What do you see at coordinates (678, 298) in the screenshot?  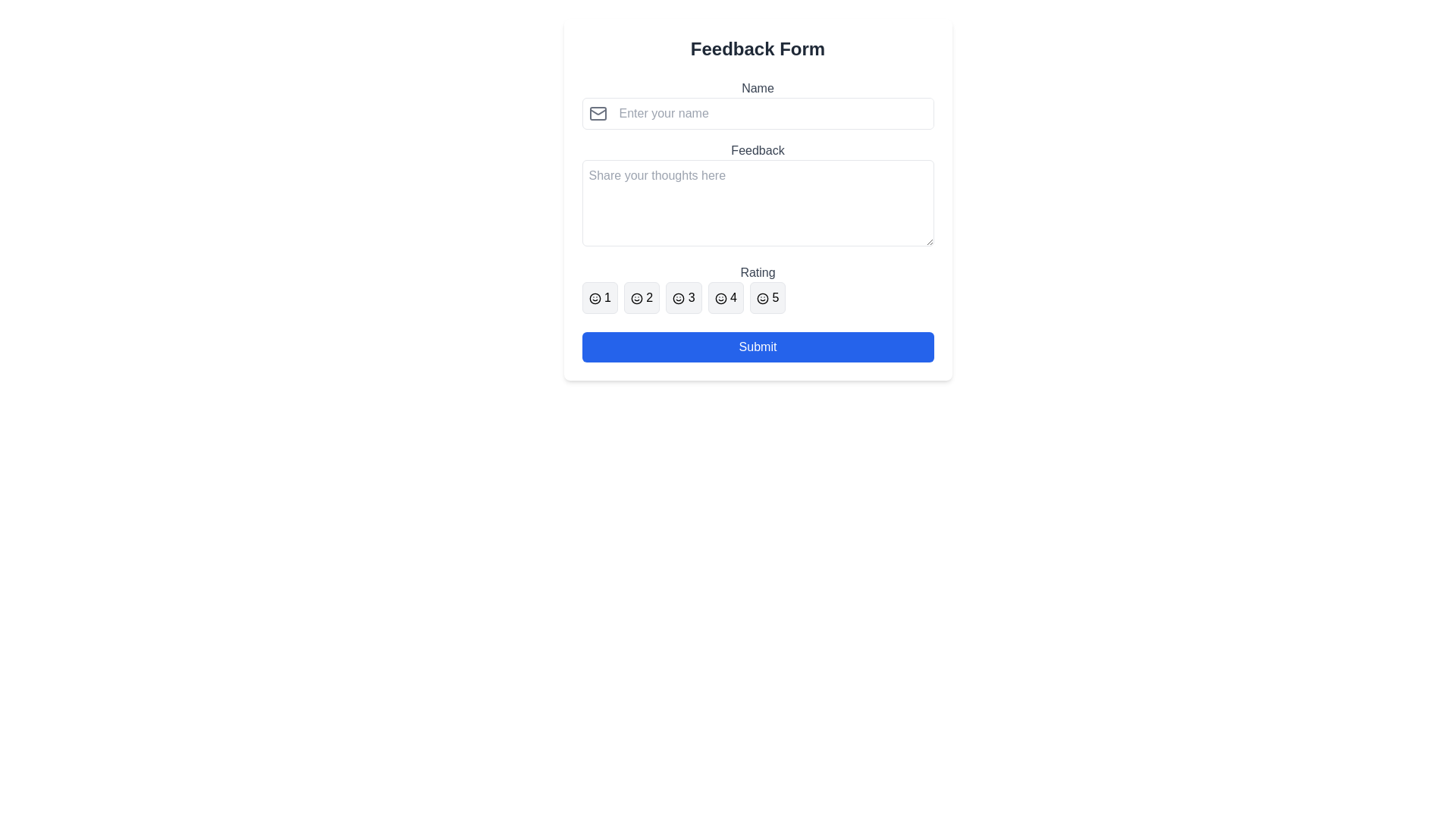 I see `the smiley face icon within the circular outline that represents the rating option '3', positioned third from the left among five rating buttons` at bounding box center [678, 298].